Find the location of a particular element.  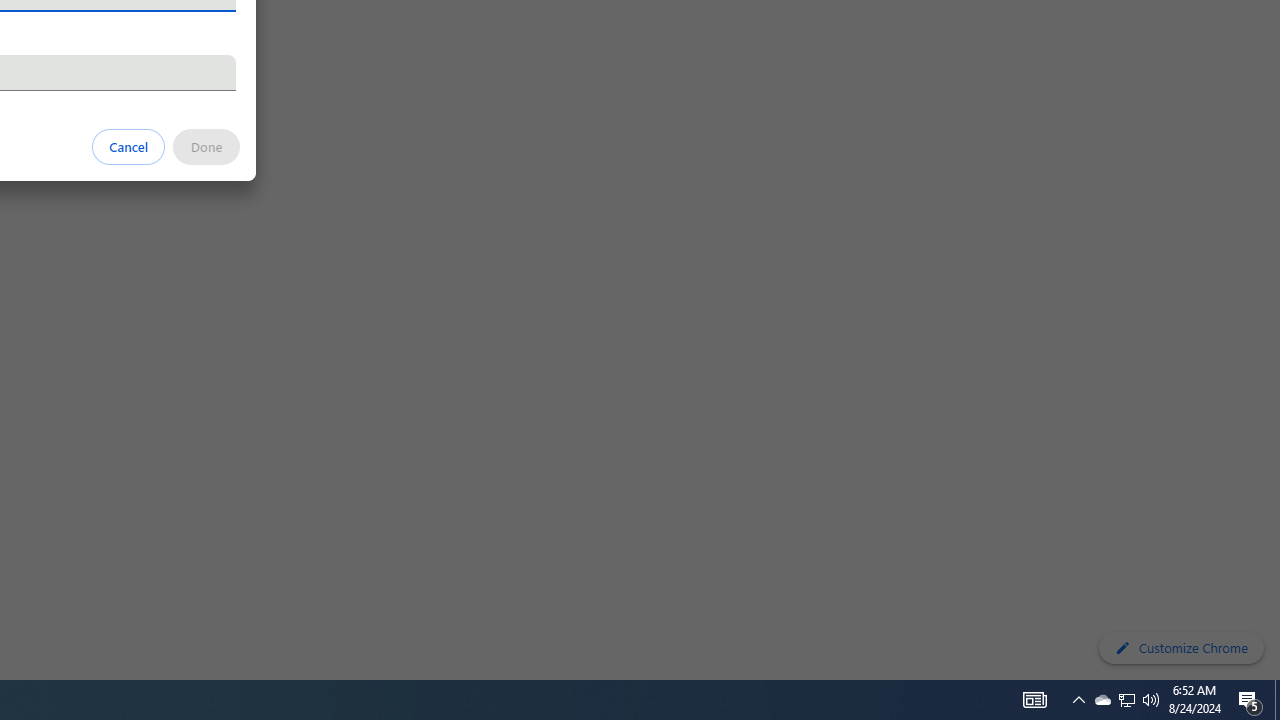

'Cancel' is located at coordinates (128, 145).